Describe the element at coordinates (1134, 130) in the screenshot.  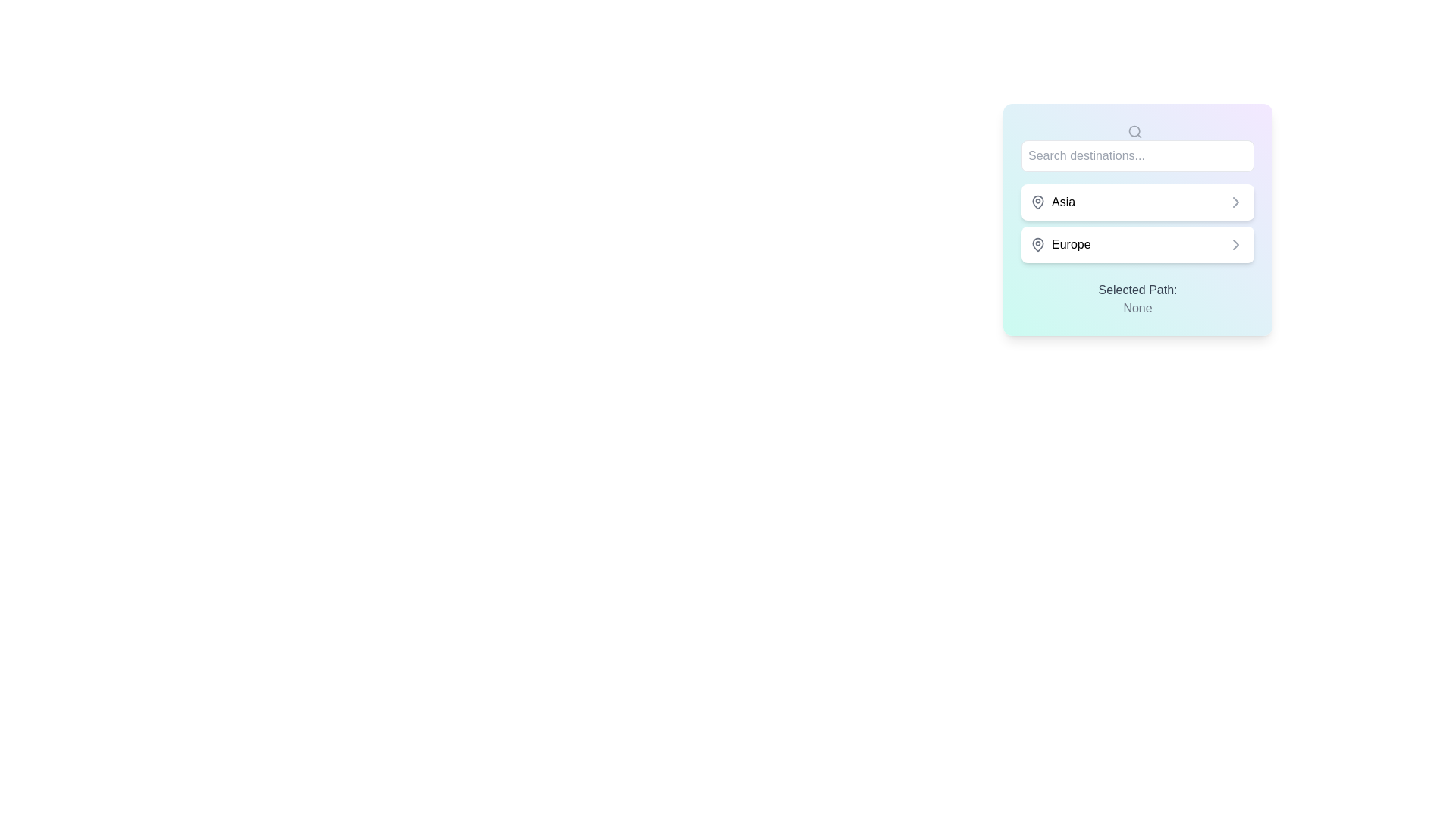
I see `the circular component styled to resemble part of a magnifying glass icon within the search bar area` at that location.